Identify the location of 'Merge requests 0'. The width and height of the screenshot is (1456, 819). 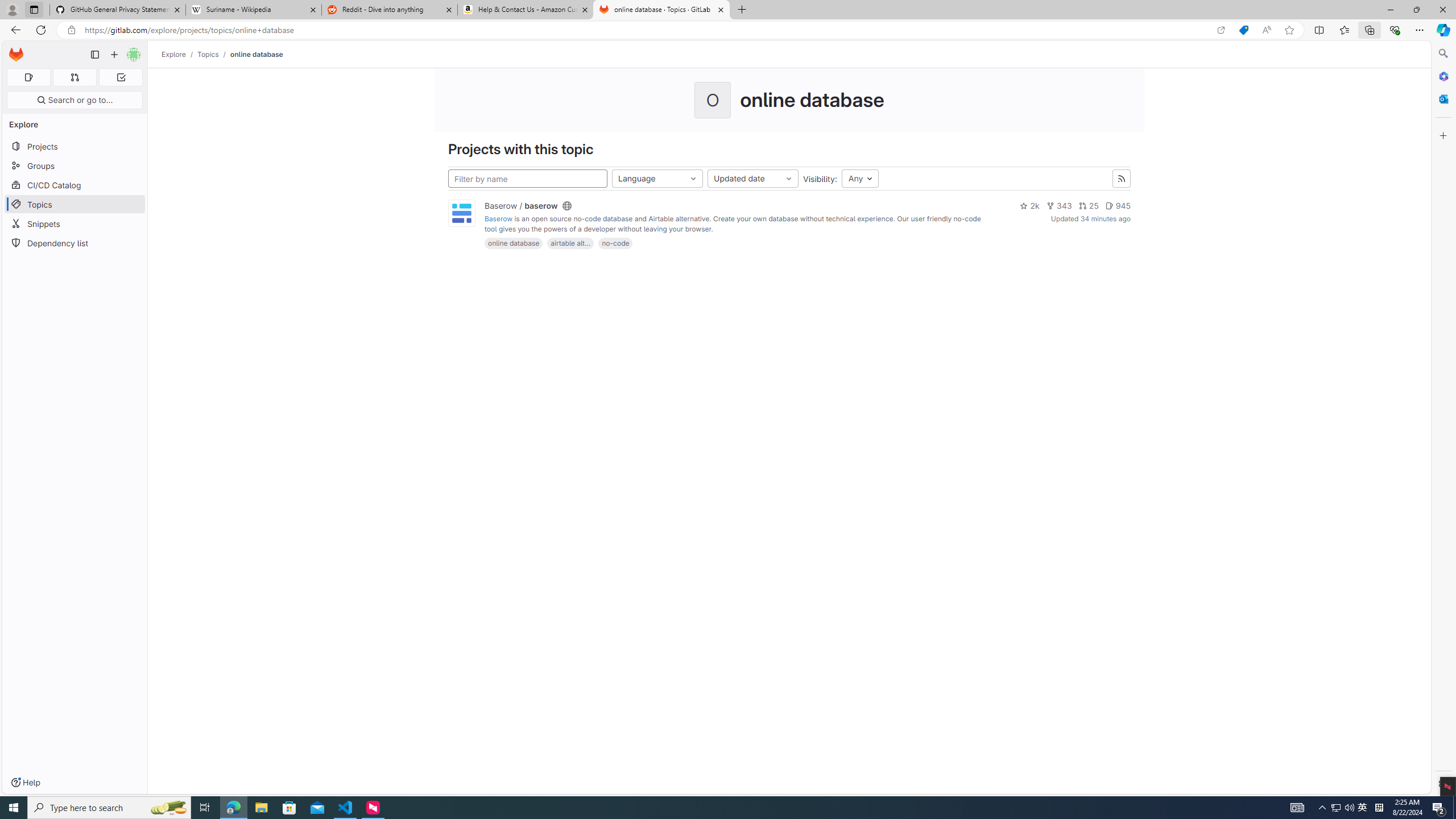
(74, 77).